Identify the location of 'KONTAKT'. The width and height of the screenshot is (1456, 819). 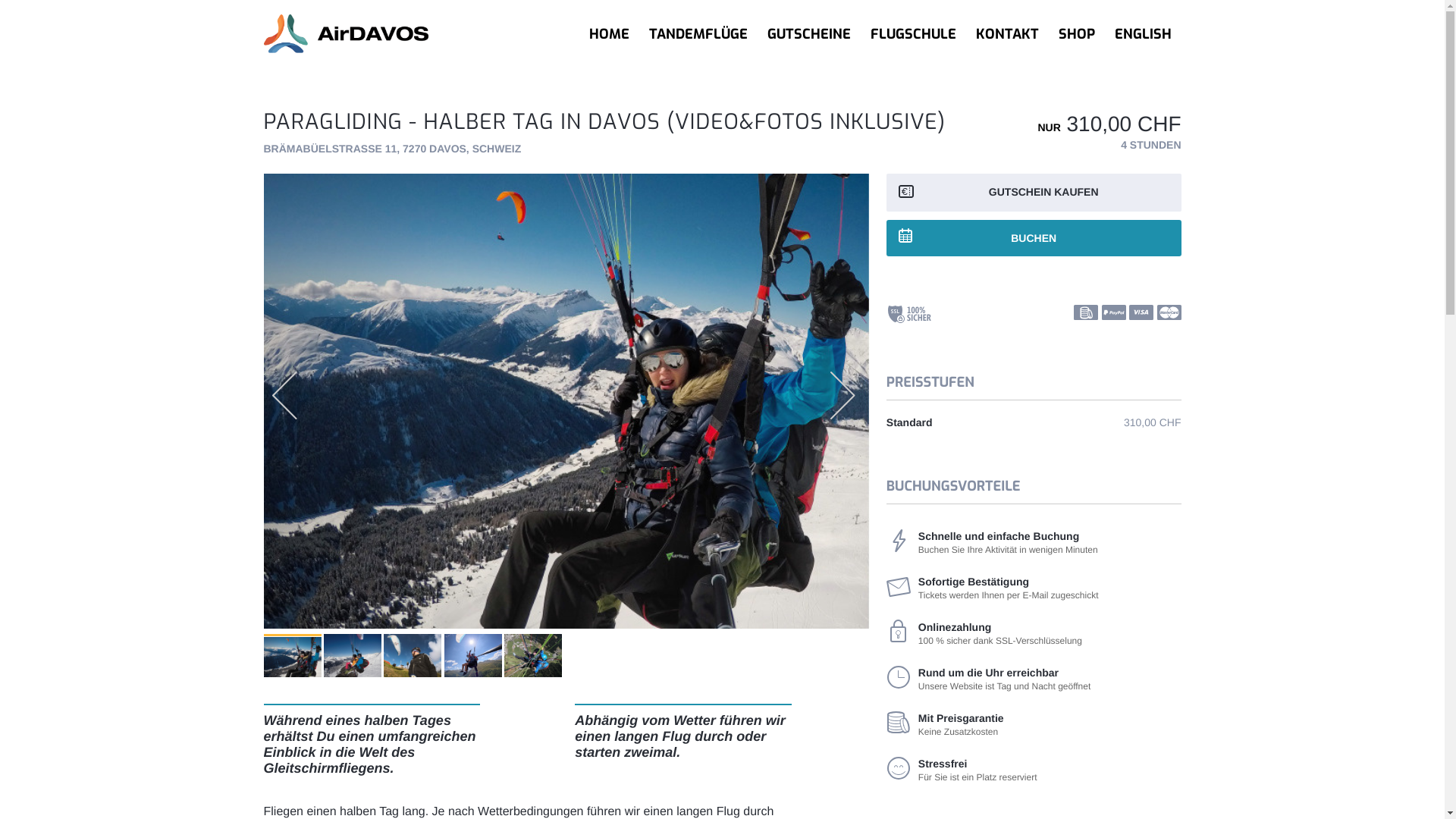
(1007, 34).